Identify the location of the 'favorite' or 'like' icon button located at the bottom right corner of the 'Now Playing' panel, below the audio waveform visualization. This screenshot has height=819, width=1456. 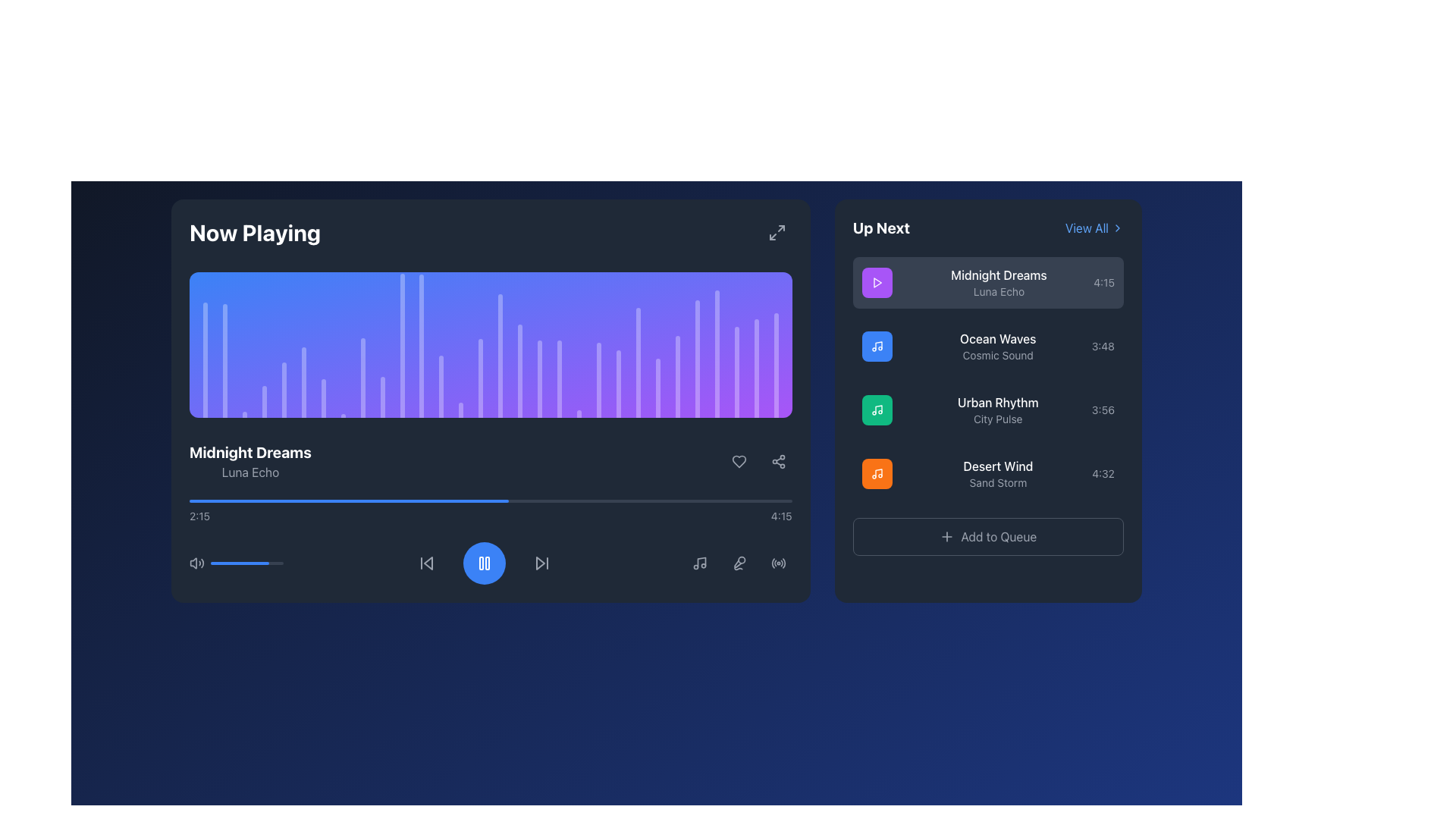
(739, 461).